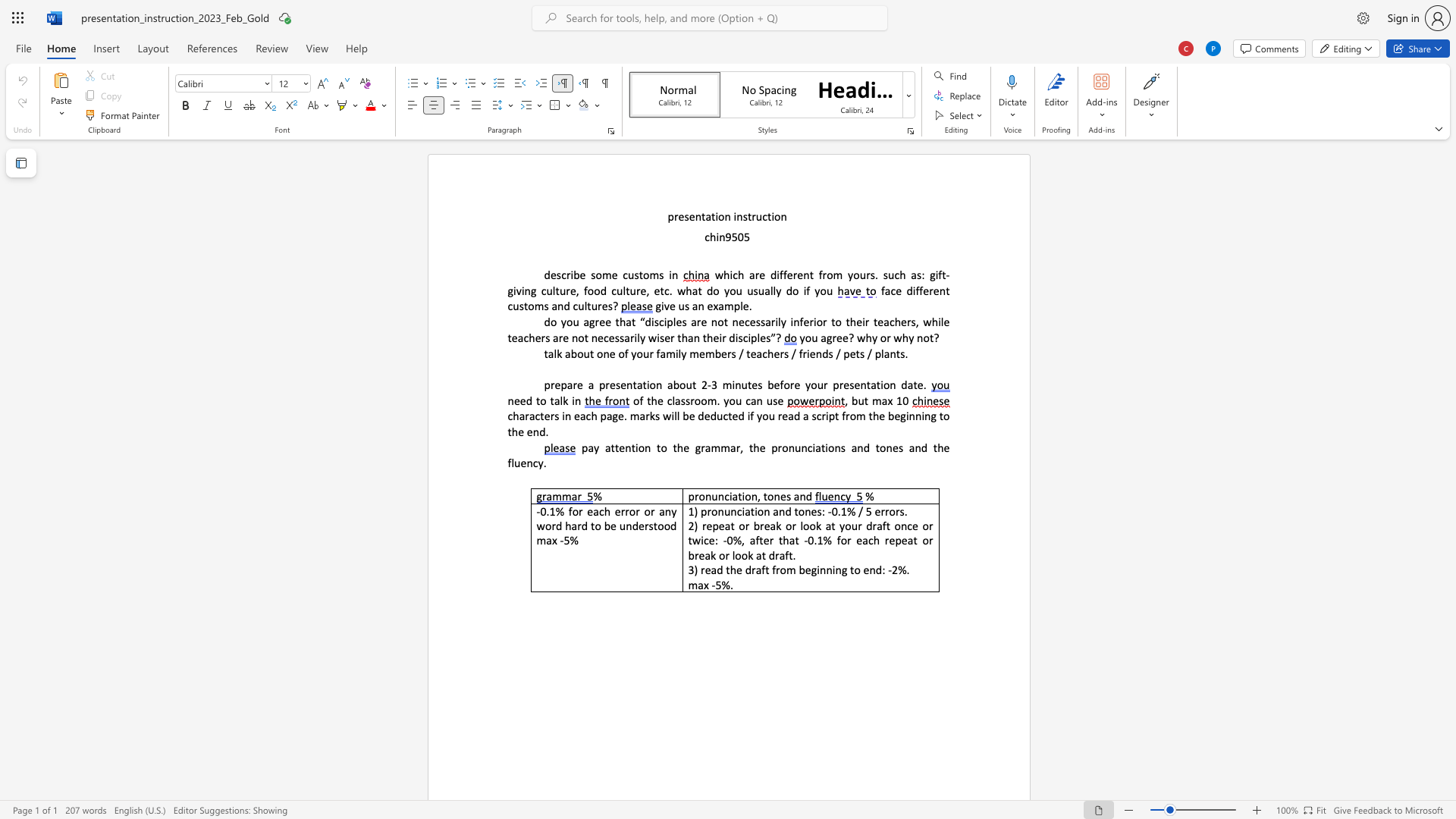 The height and width of the screenshot is (819, 1456). What do you see at coordinates (553, 290) in the screenshot?
I see `the 1th character "l" in the text` at bounding box center [553, 290].